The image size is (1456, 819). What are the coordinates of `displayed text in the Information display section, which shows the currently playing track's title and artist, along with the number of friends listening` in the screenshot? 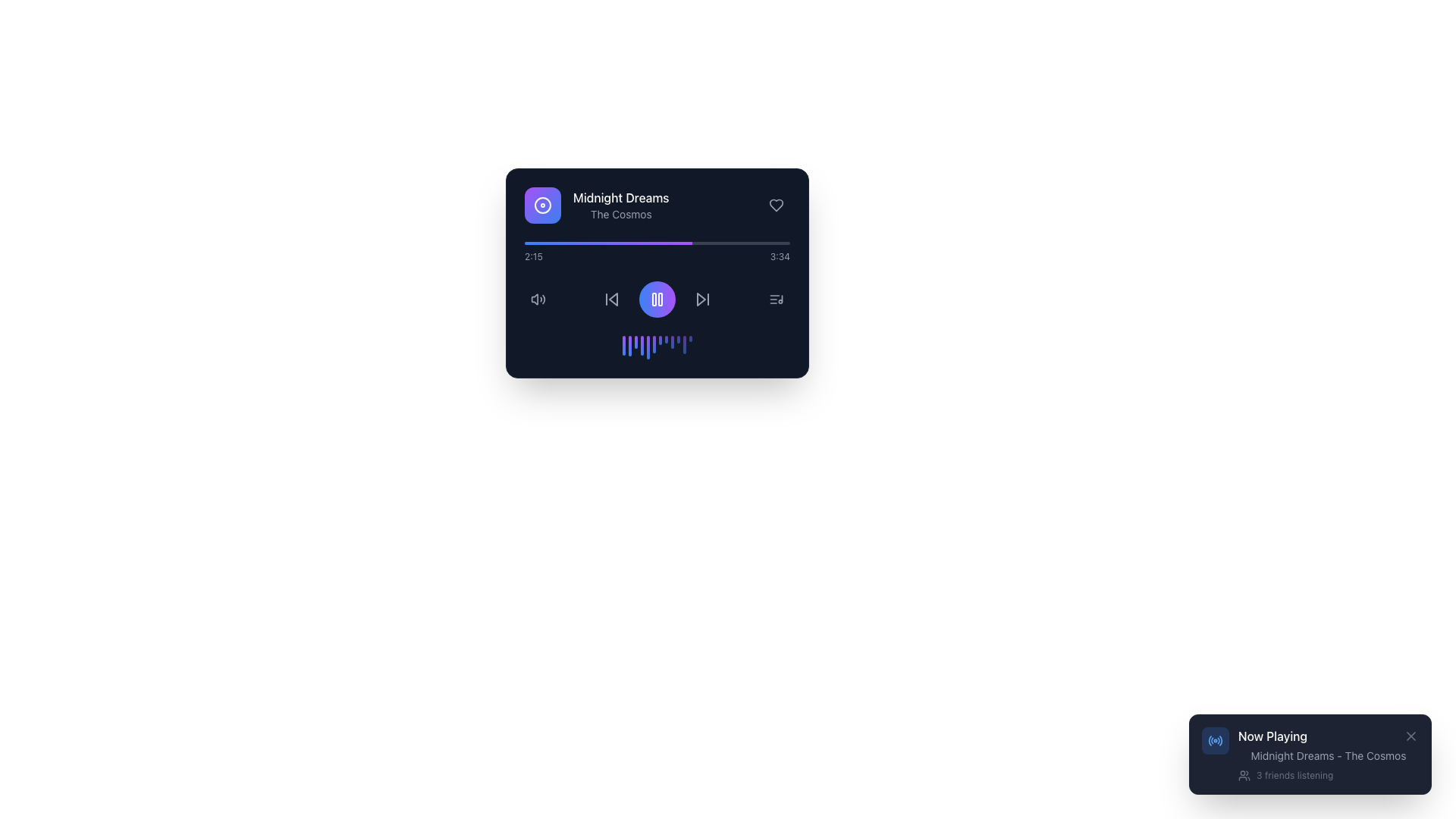 It's located at (1328, 755).